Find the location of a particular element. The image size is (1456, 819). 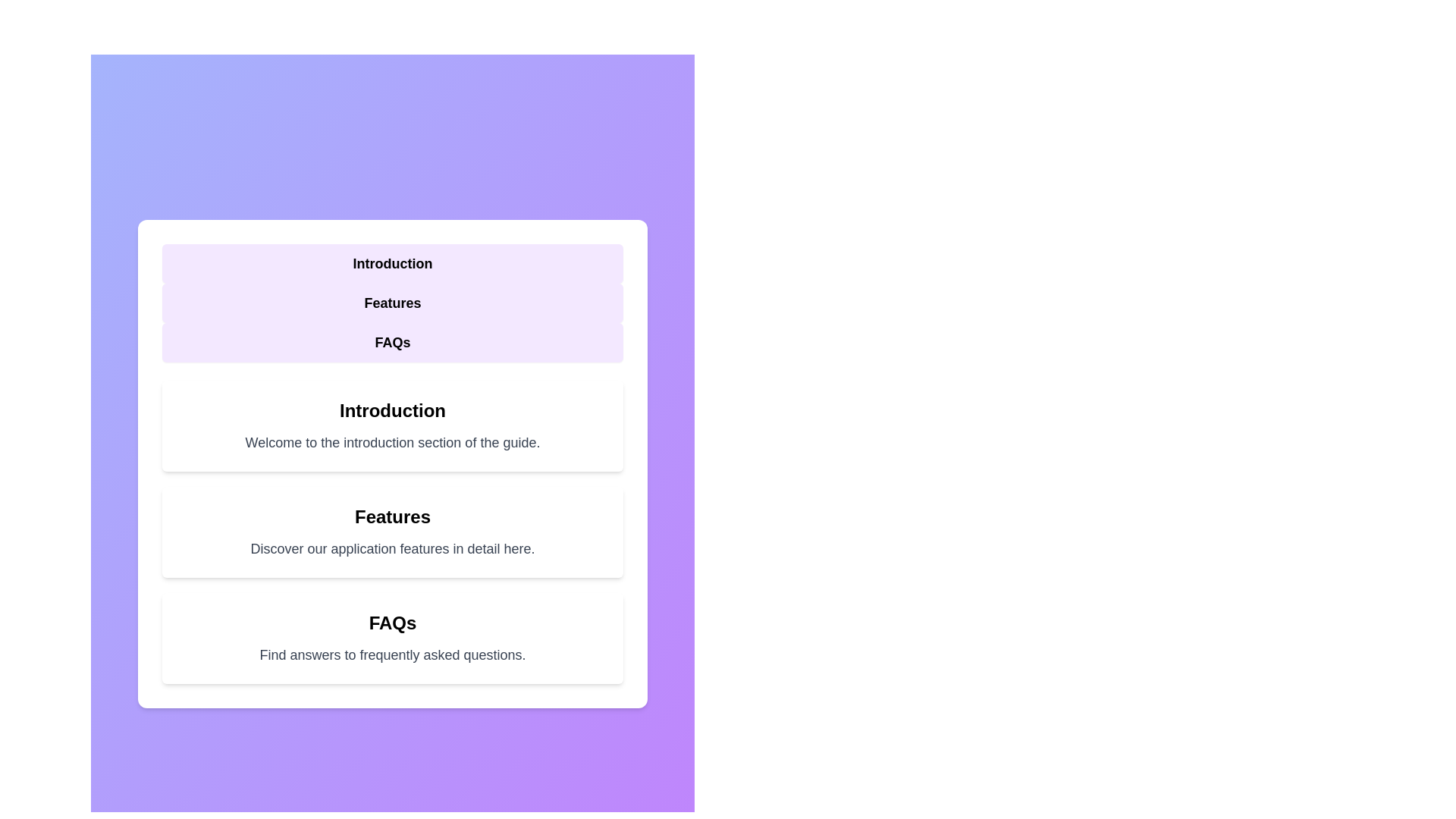

the Informational section titled 'Introduction' which contains a subtitle 'Welcome to the introduction section of the guide.' is located at coordinates (393, 426).